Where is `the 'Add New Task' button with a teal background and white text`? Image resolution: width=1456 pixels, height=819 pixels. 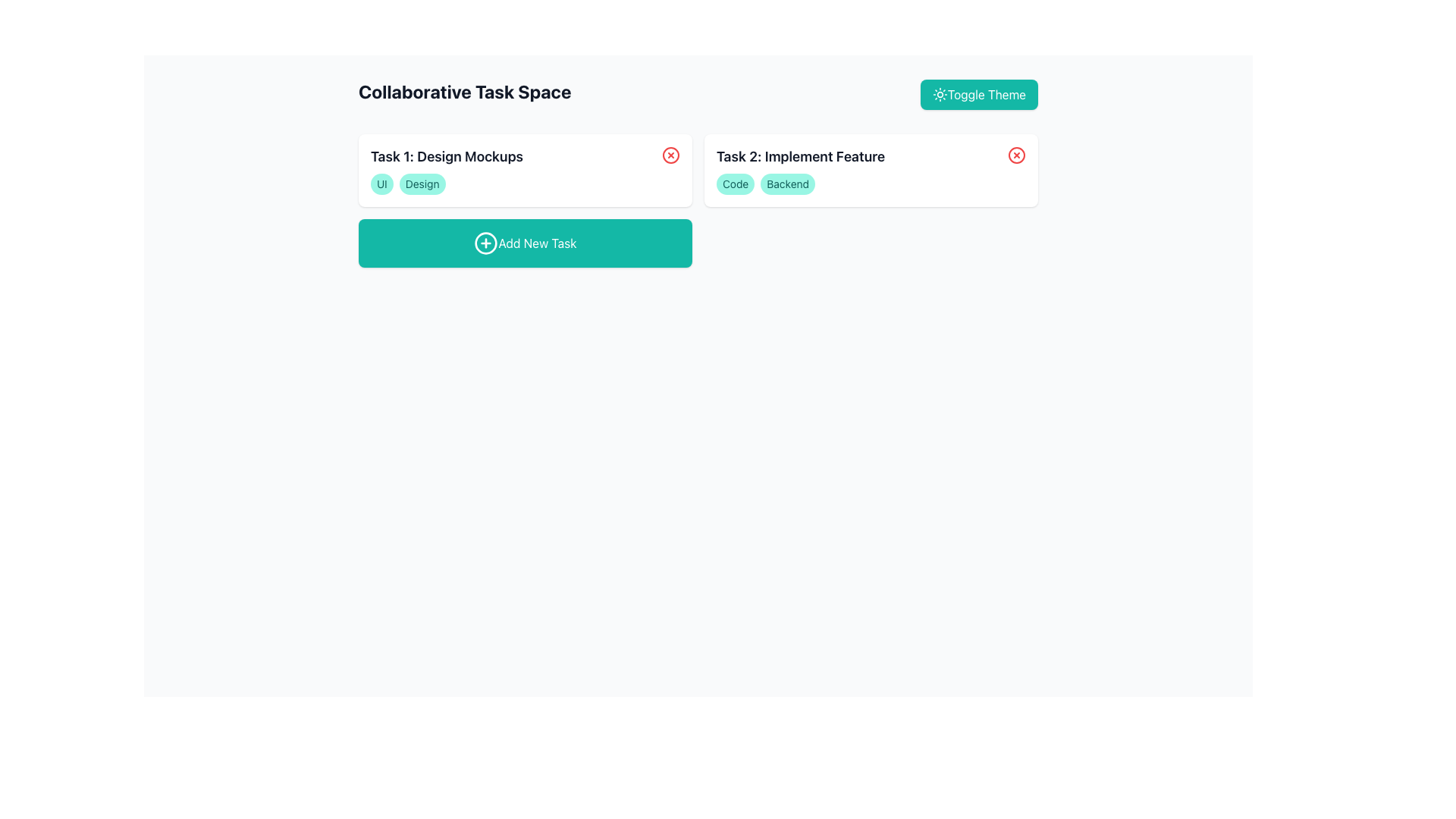 the 'Add New Task' button with a teal background and white text is located at coordinates (525, 242).